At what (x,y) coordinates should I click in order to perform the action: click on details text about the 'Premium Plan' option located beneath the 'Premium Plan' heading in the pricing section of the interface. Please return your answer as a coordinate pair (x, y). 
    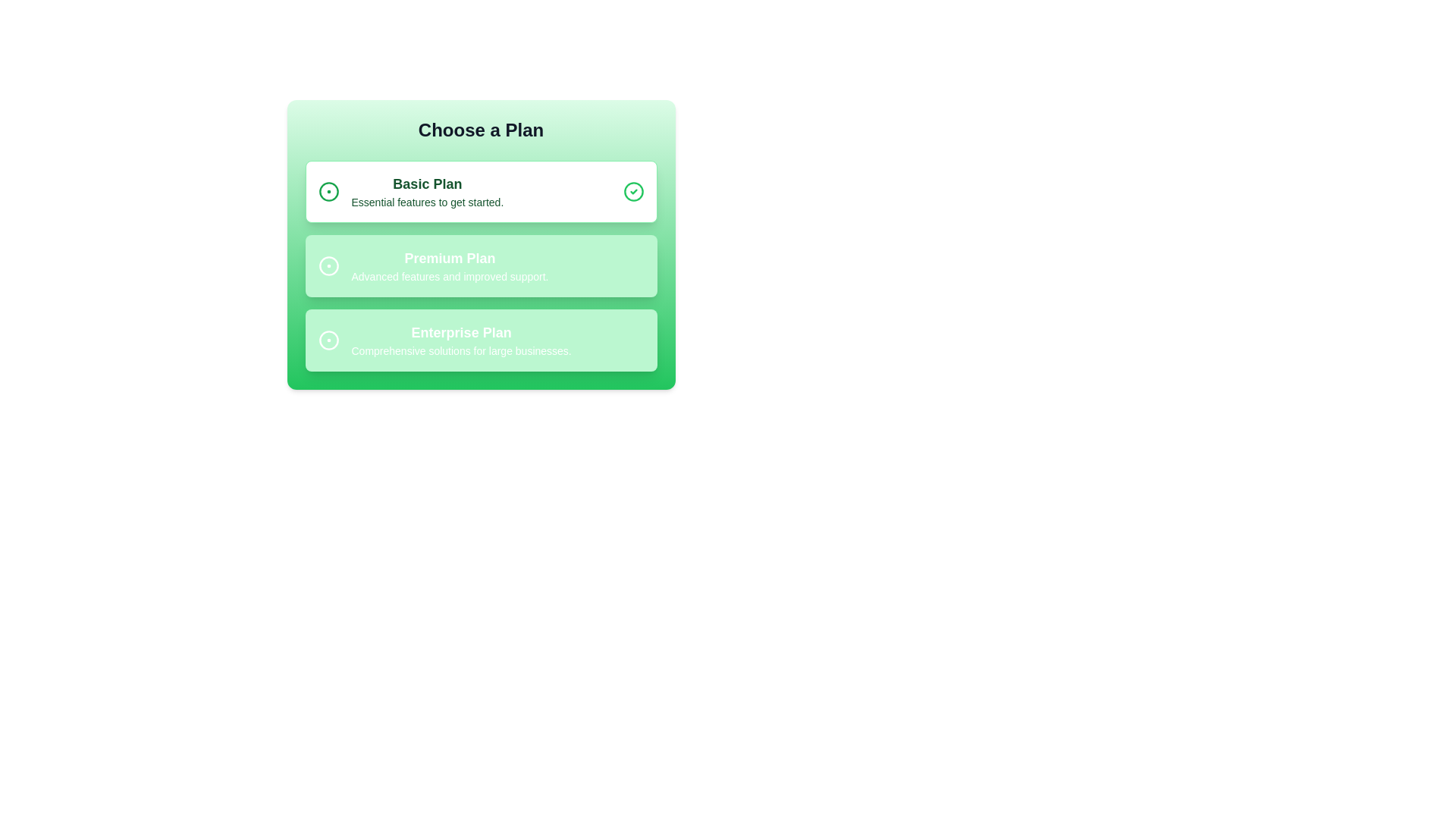
    Looking at the image, I should click on (449, 277).